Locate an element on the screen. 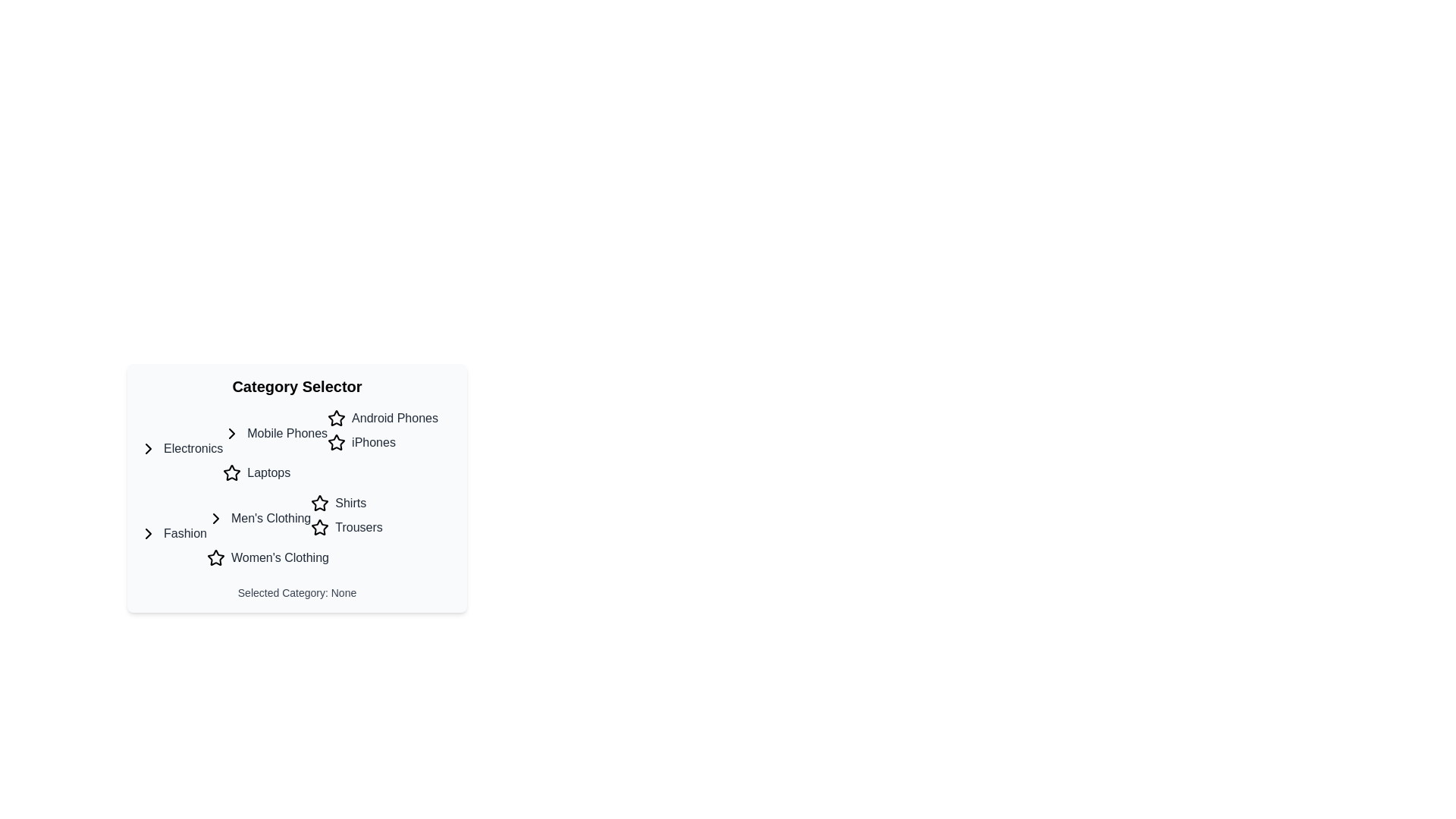  the navigation group header labeled 'Mobile Phones' is located at coordinates (330, 433).